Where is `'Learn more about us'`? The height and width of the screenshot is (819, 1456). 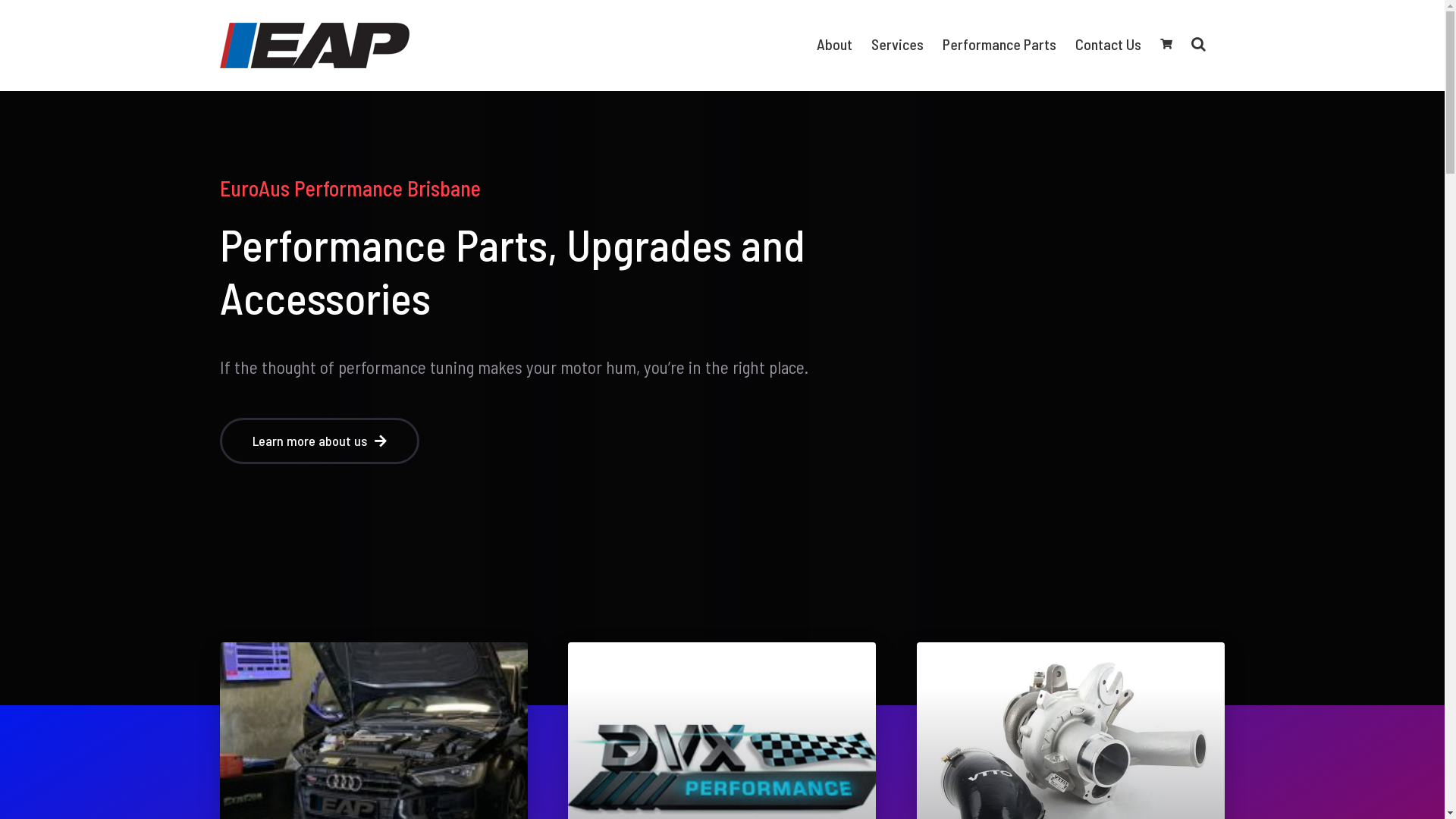 'Learn more about us' is located at coordinates (218, 441).